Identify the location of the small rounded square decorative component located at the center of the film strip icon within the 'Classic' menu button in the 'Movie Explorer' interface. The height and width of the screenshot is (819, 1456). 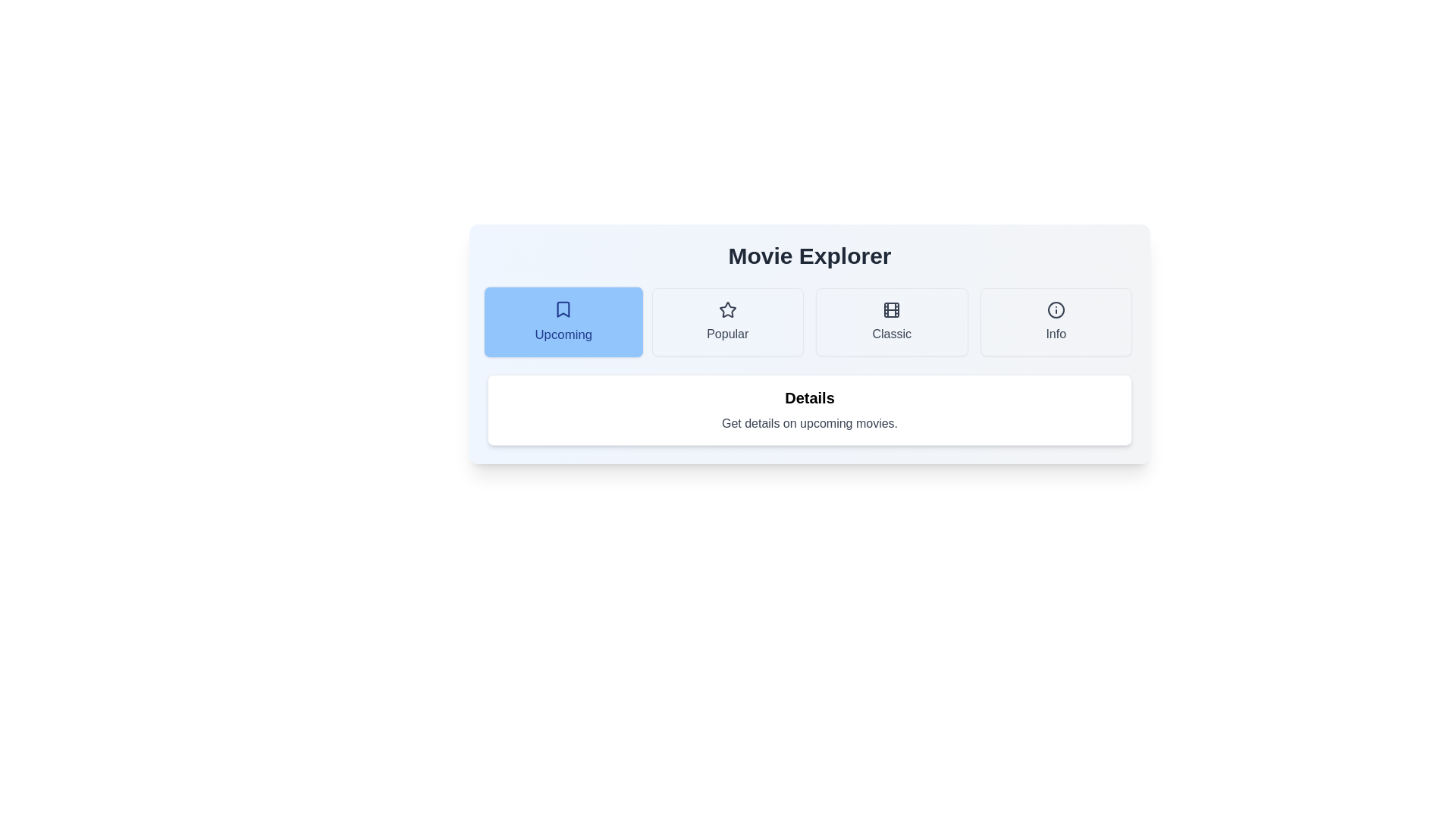
(892, 309).